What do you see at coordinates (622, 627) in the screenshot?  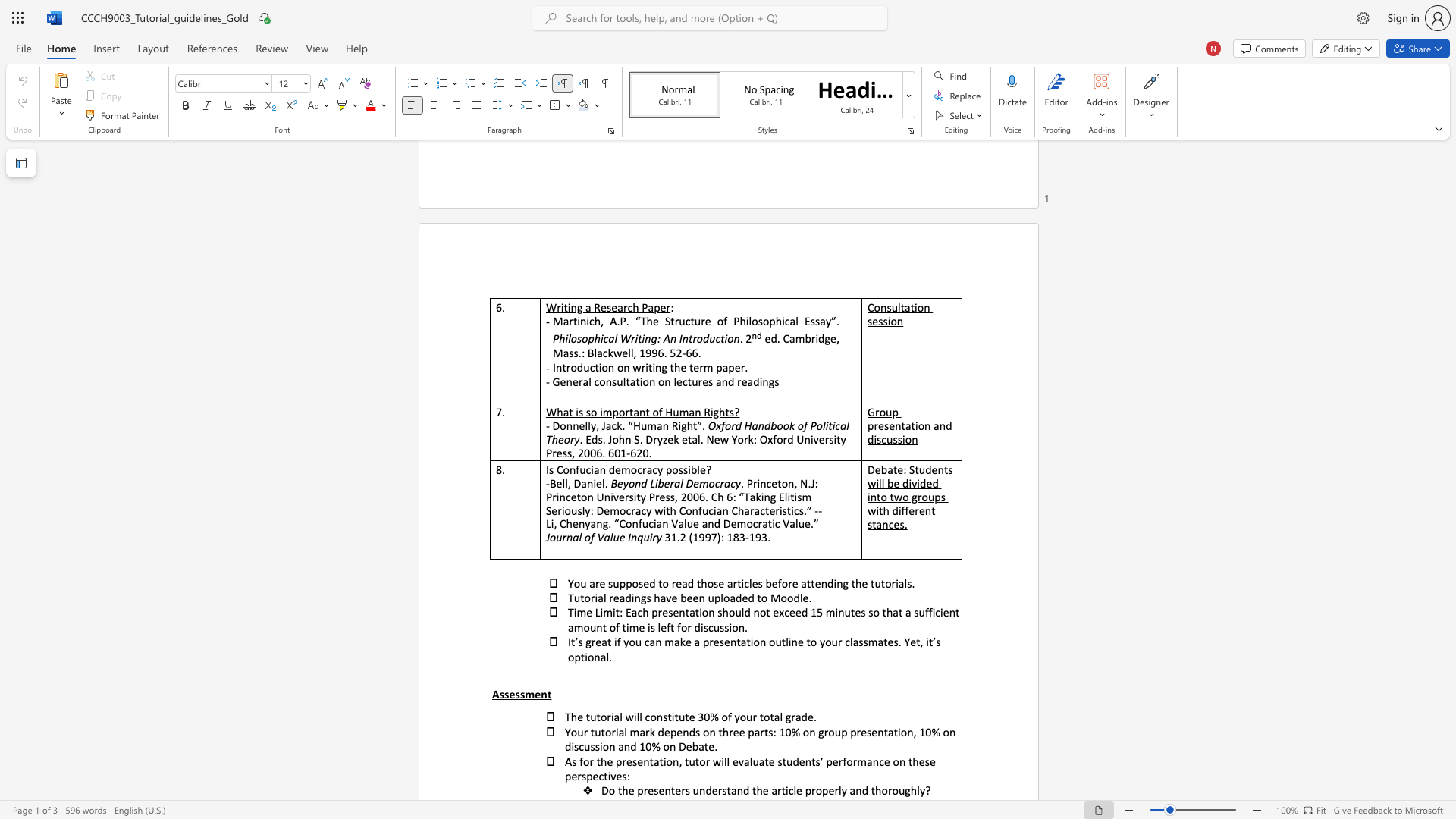 I see `the subset text "time is left f" within the text "Time Limit: Each presentation should not exceed 15 minutes so that a sufficient amount of time is left for discussion."` at bounding box center [622, 627].